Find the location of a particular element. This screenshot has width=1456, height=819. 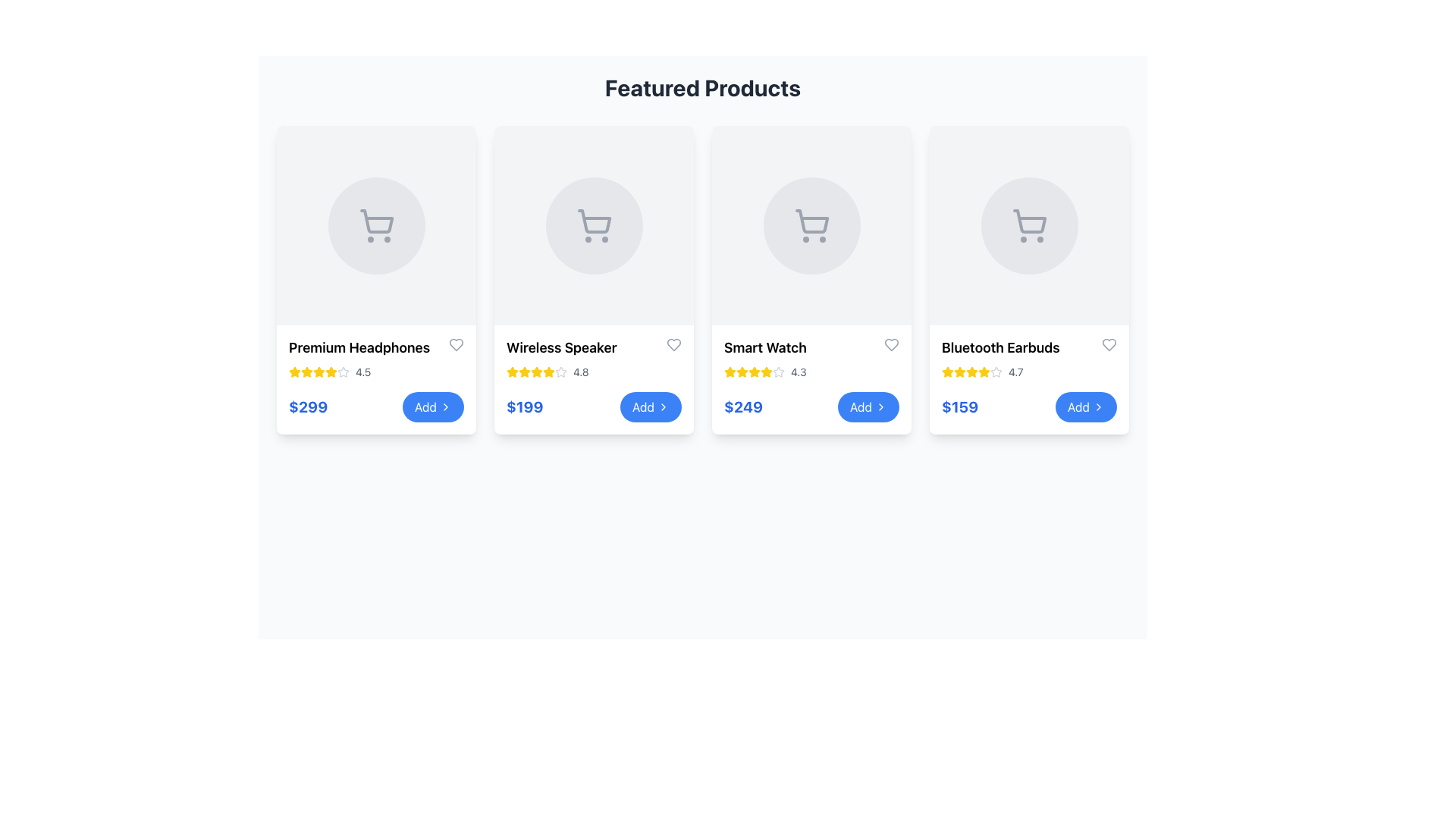

the fifth star icon in the rating section of the 'Wireless Speaker' card to indicate a rating level is located at coordinates (537, 372).